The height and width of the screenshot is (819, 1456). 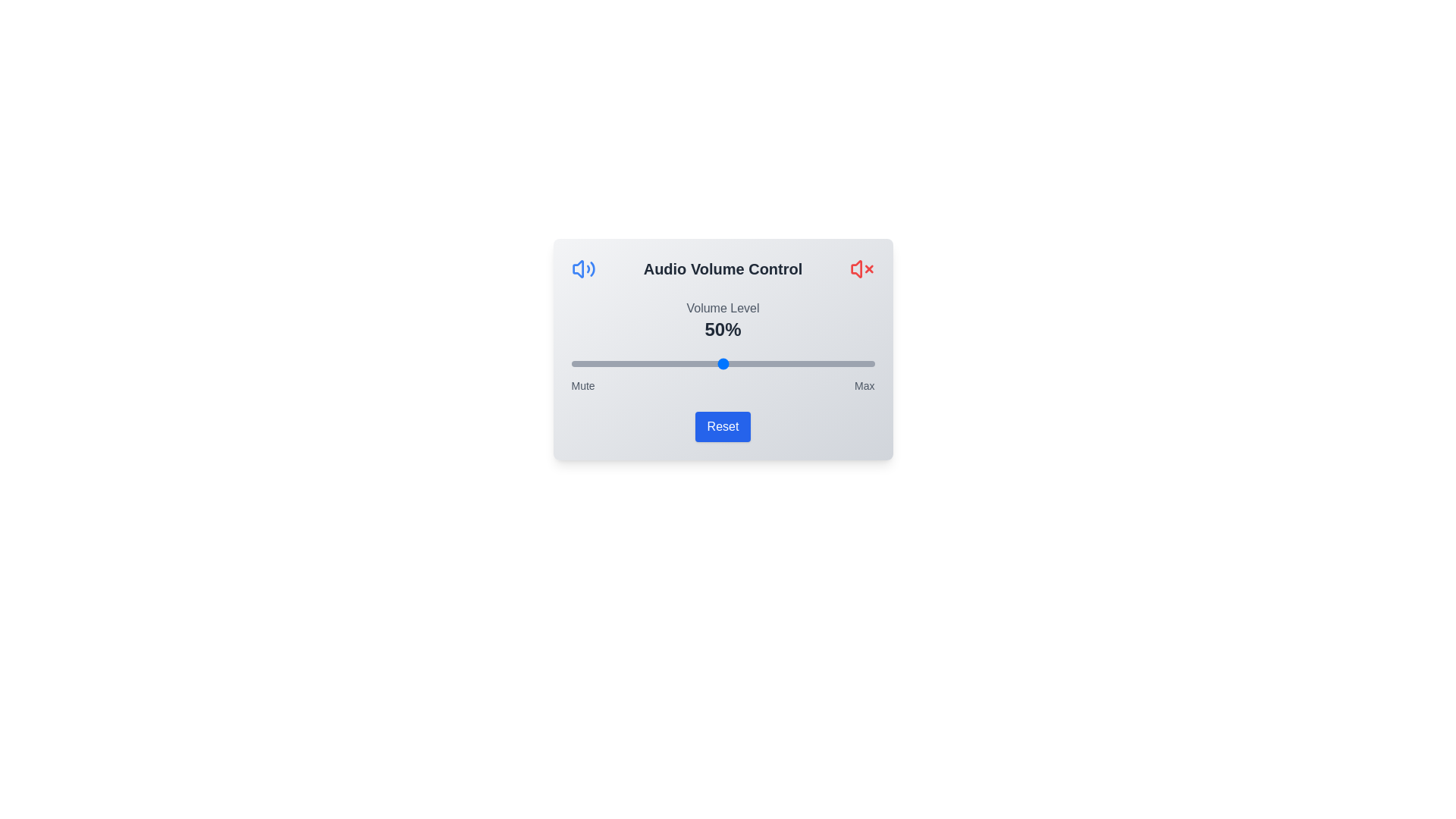 I want to click on the volume slider to 84%, so click(x=825, y=363).